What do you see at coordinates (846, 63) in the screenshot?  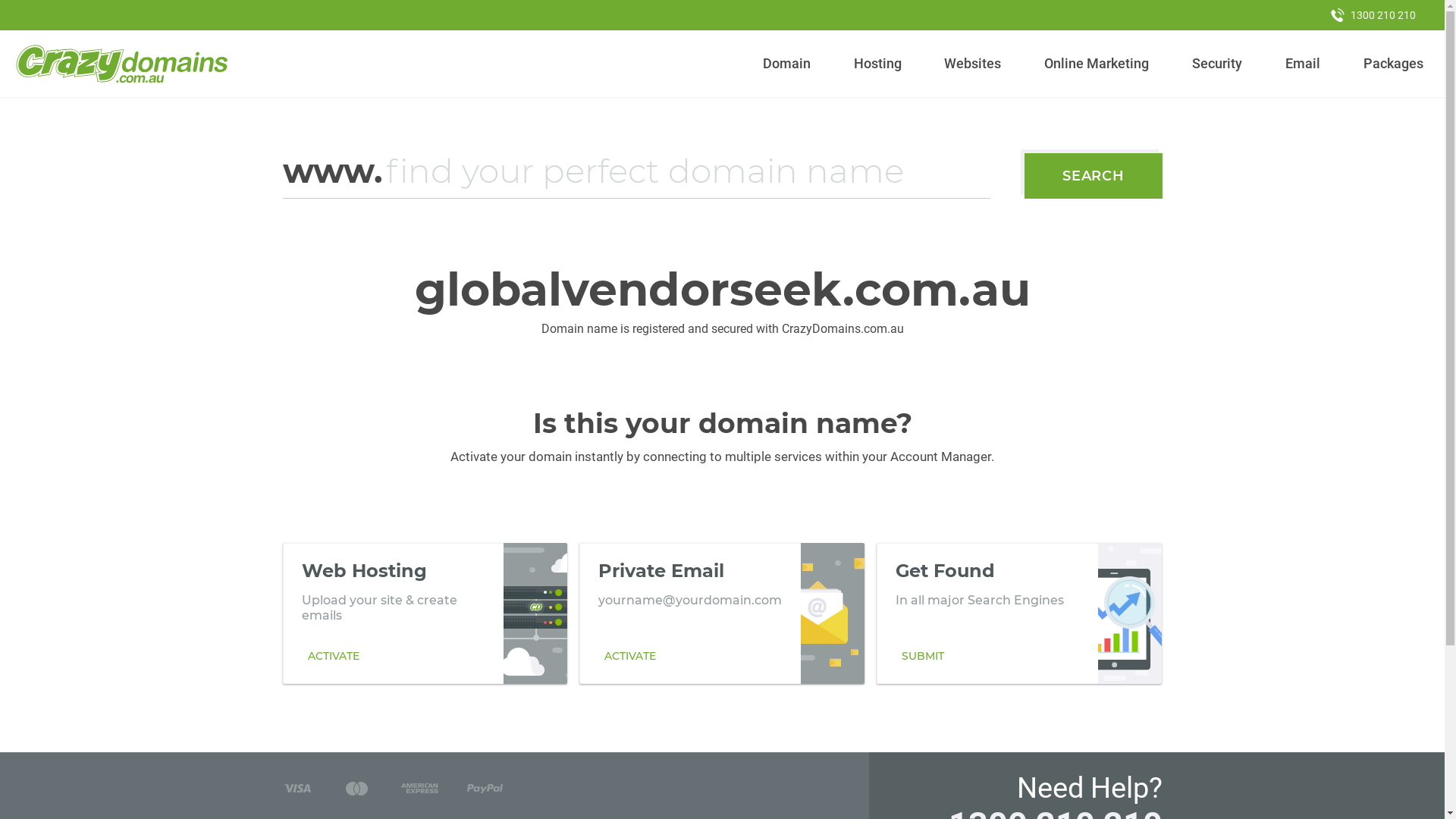 I see `'Hosting'` at bounding box center [846, 63].